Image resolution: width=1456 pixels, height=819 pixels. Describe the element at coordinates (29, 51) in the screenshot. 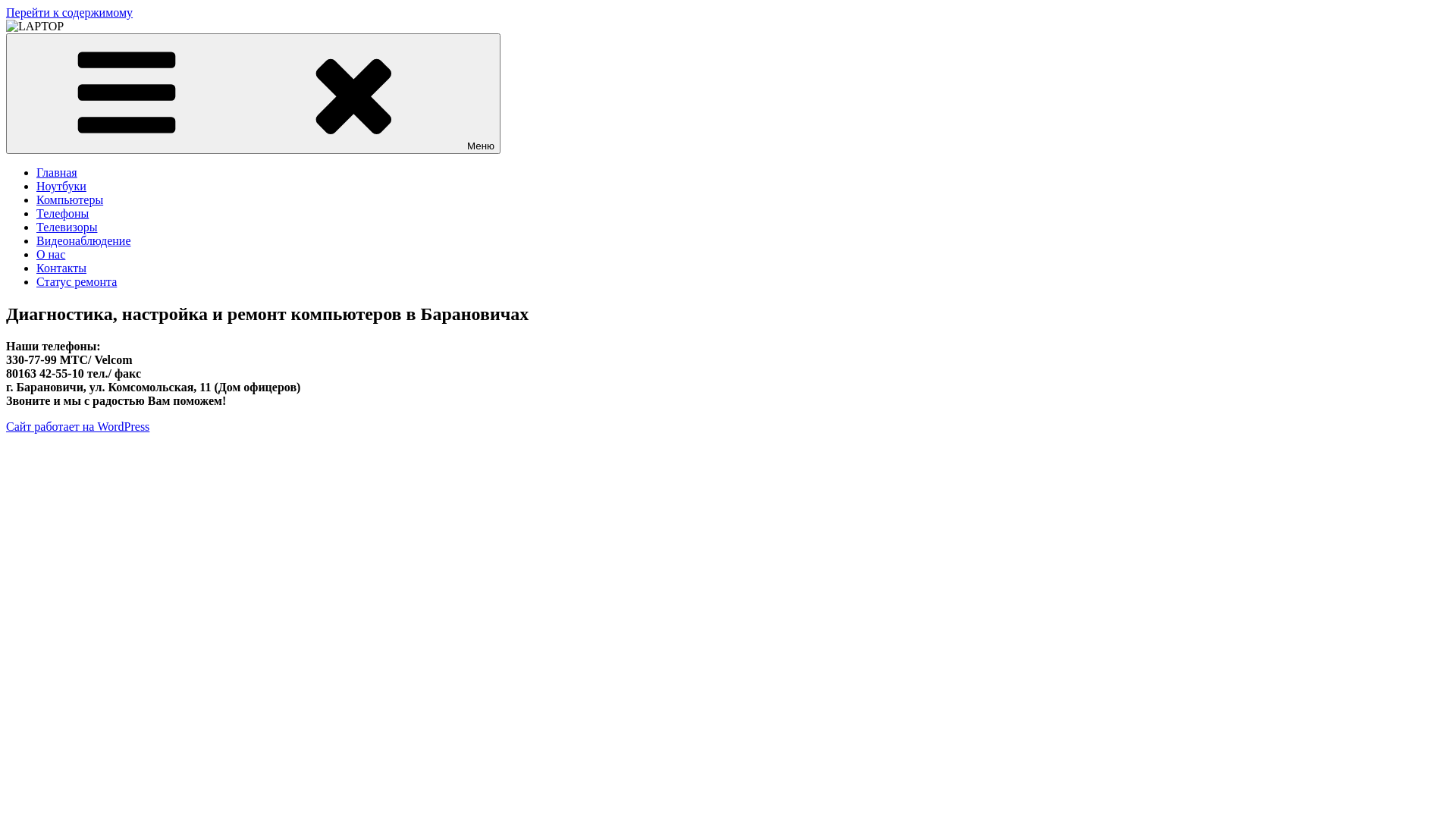

I see `'LAPTOP'` at that location.